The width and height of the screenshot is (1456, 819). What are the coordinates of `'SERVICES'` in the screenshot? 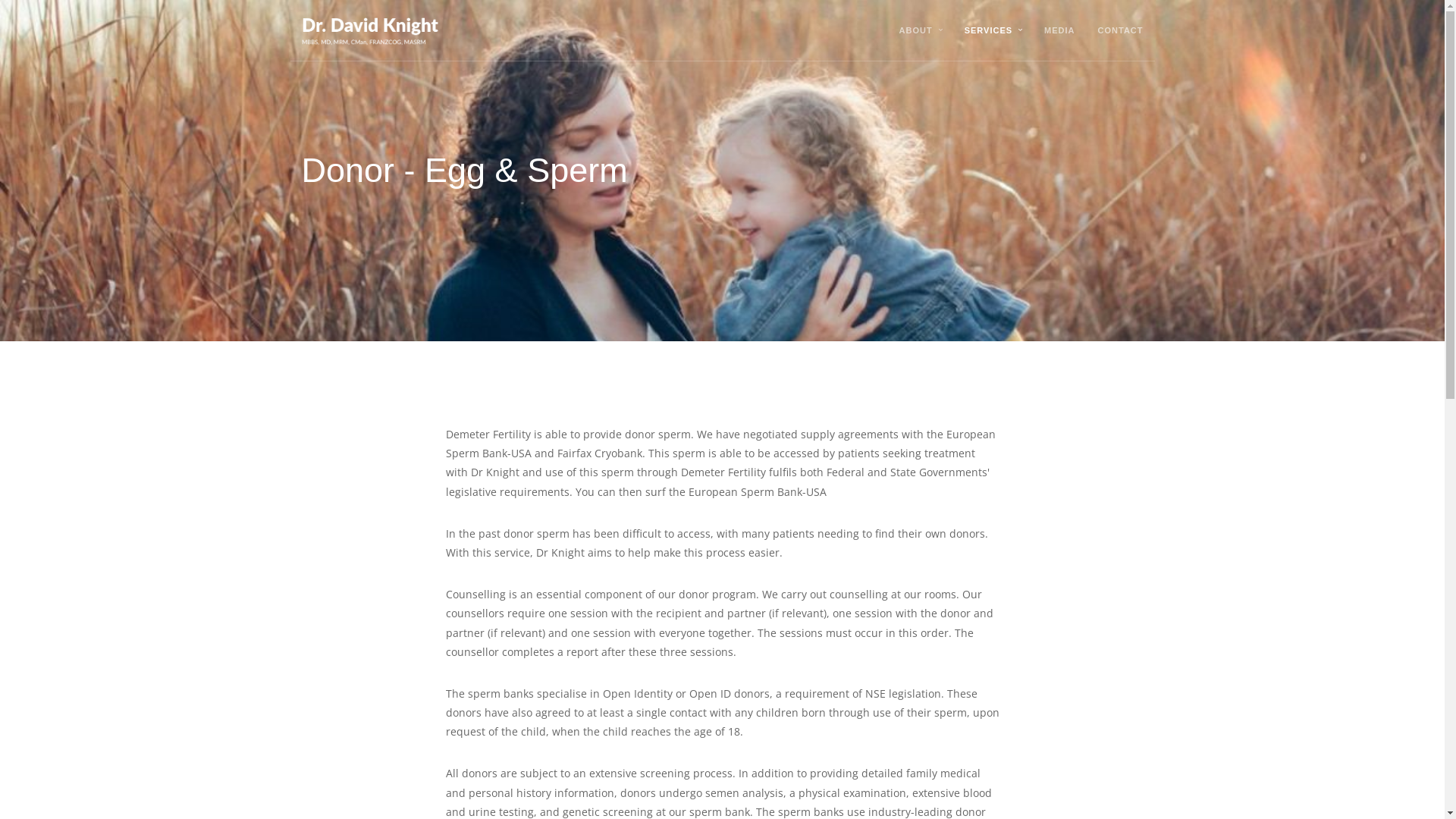 It's located at (988, 30).